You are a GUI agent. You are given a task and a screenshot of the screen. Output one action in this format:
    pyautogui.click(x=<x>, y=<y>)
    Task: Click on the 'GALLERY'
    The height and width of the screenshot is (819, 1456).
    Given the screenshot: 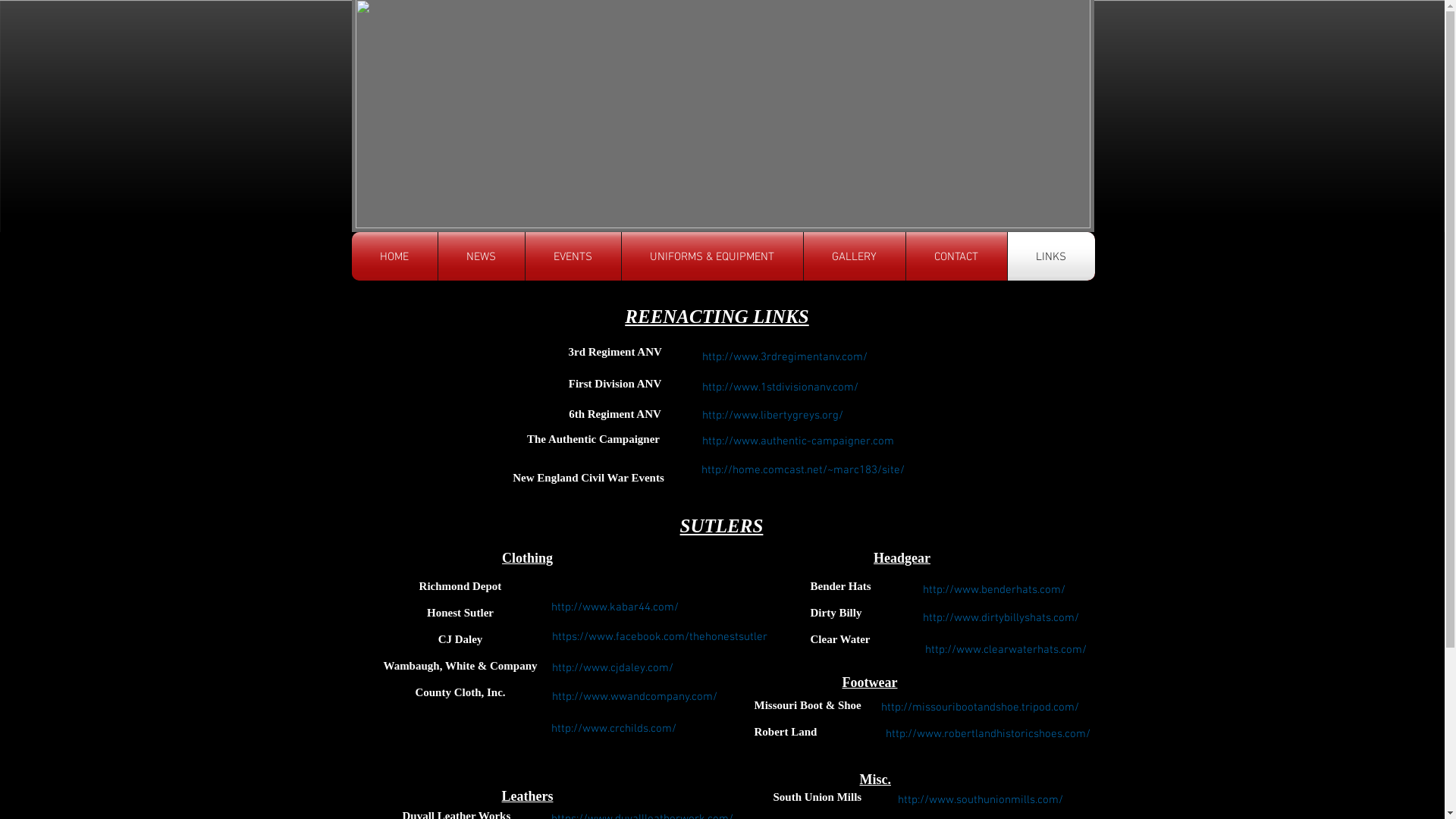 What is the action you would take?
    pyautogui.click(x=855, y=256)
    